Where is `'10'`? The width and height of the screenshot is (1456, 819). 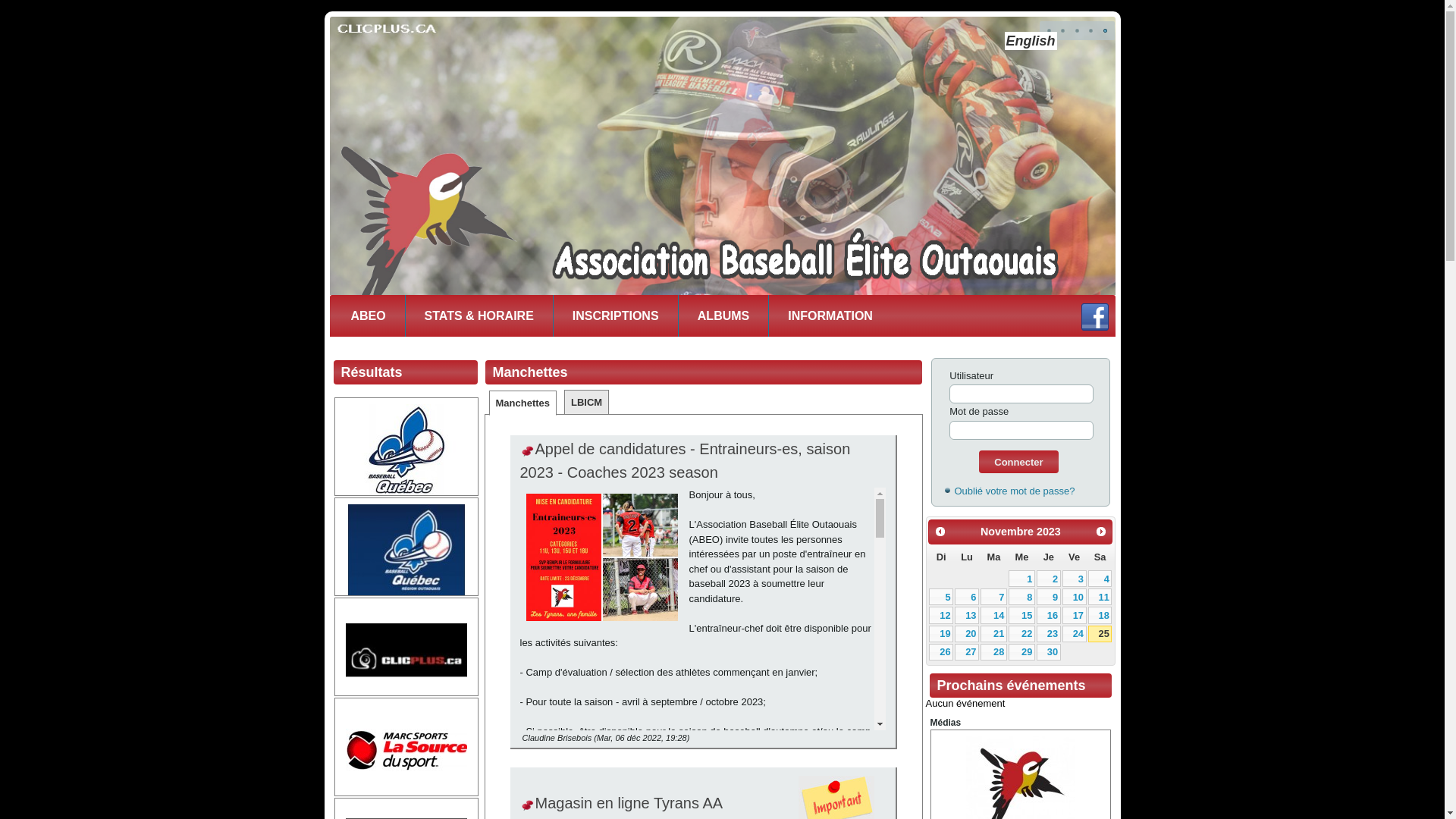
'10' is located at coordinates (1073, 595).